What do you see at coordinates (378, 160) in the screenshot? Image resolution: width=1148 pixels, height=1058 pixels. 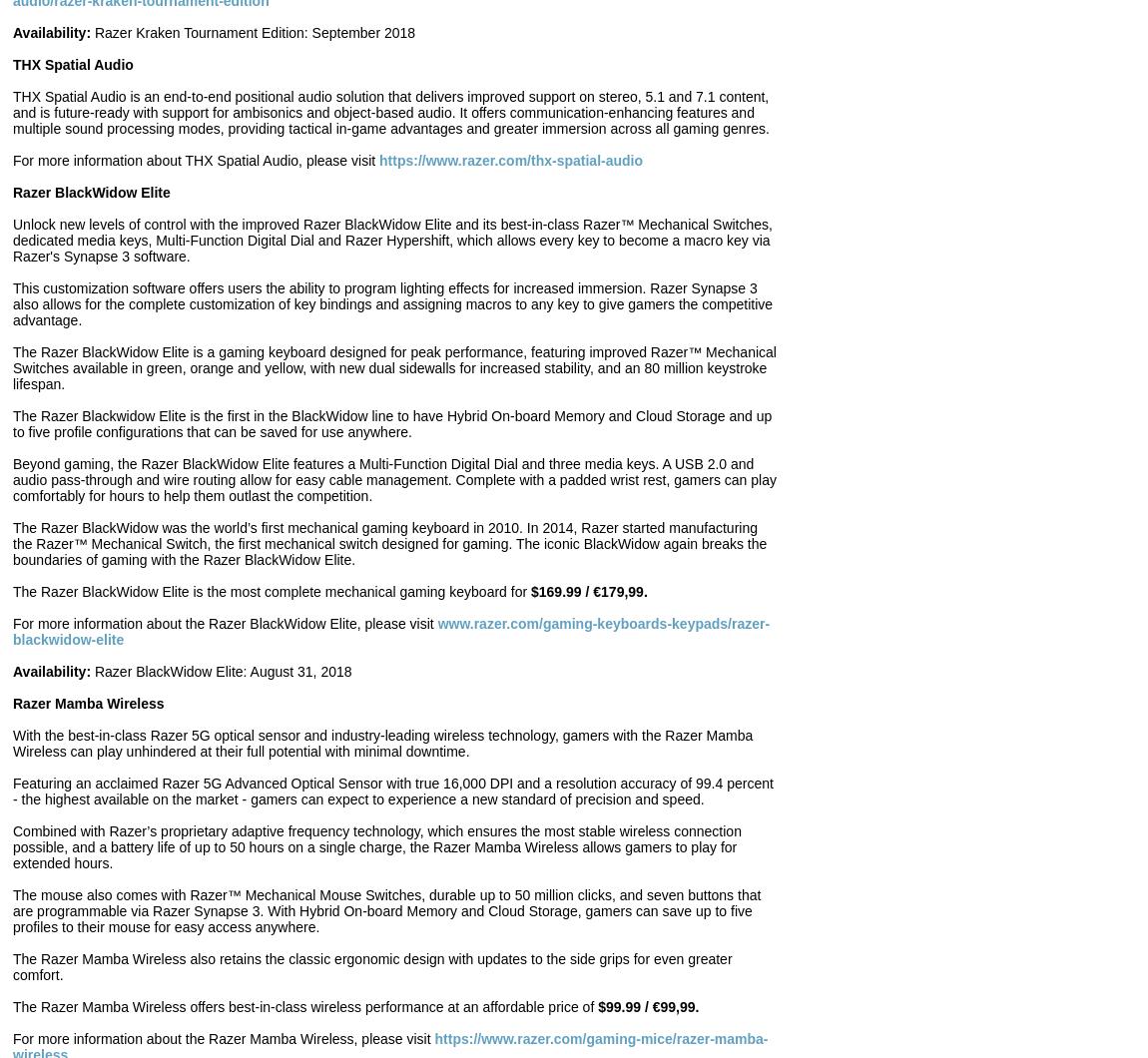 I see `'https://www.razer.com/thx-spatial-audio'` at bounding box center [378, 160].